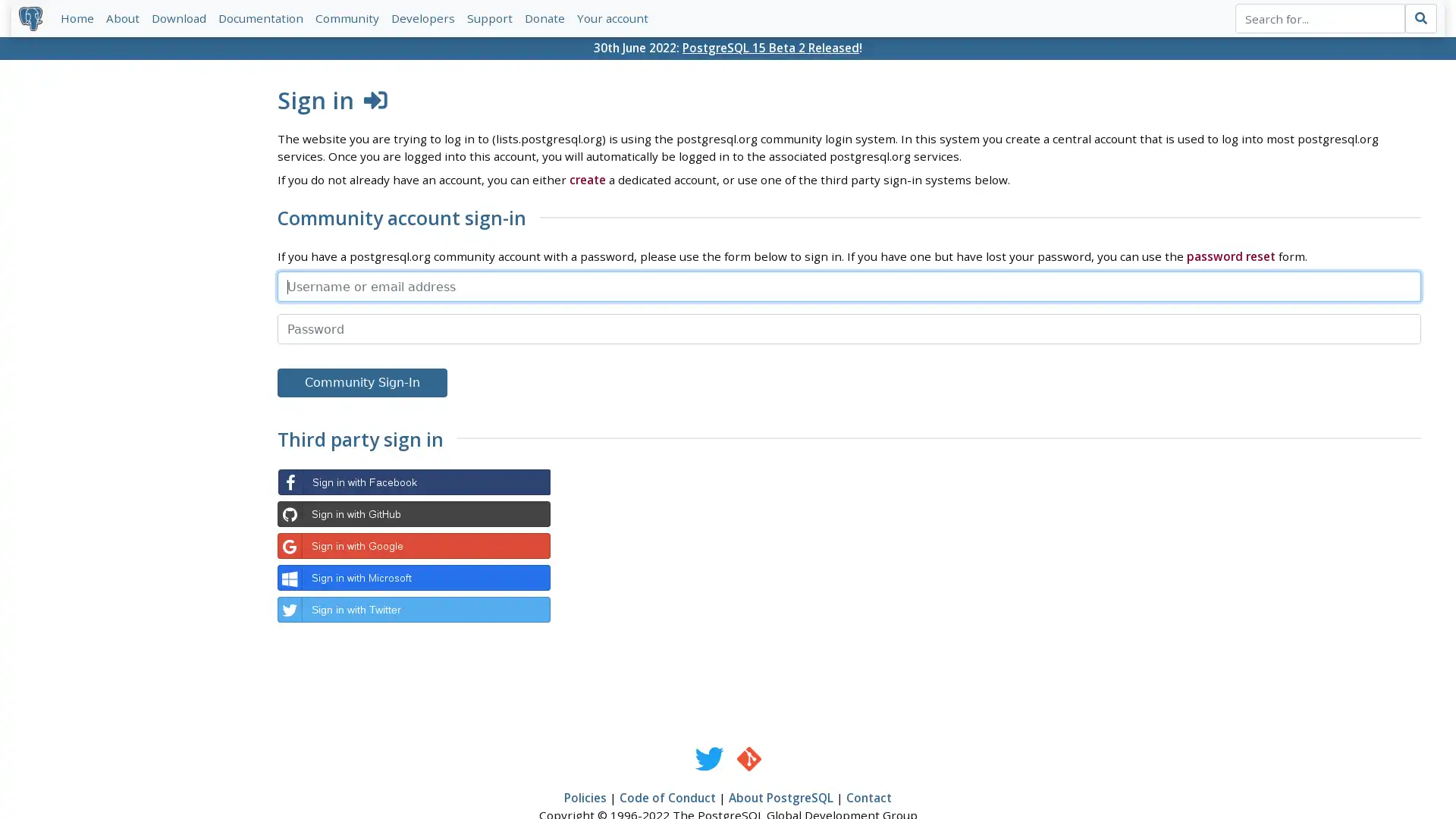 The height and width of the screenshot is (819, 1456). I want to click on Community Sign-In, so click(360, 385).